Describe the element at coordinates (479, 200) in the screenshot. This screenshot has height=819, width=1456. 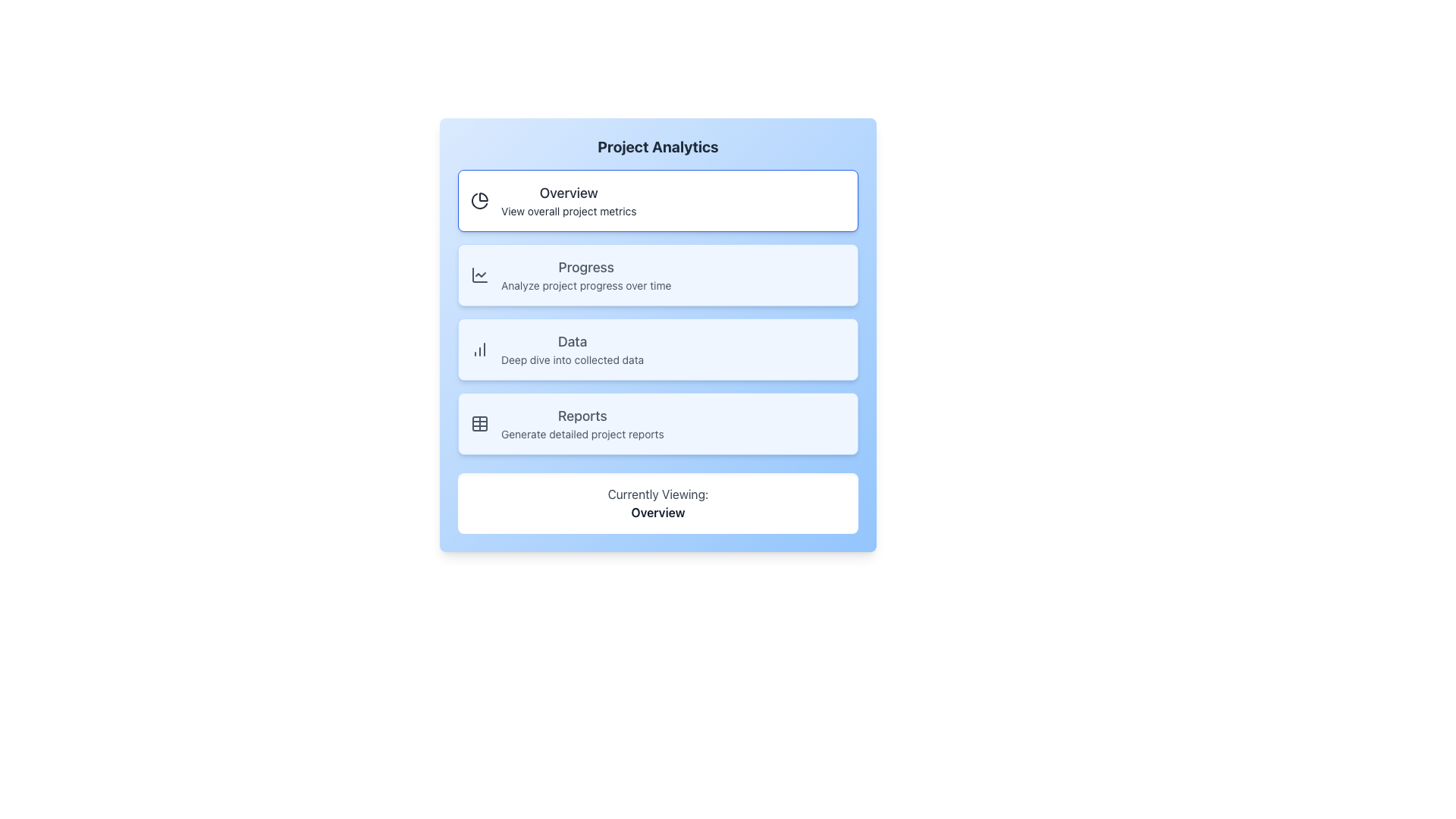
I see `the 'Overview' icon, which represents summary analytics through a pie chart, located at the top-left corner of the 'Overview' section within the card UI` at that location.